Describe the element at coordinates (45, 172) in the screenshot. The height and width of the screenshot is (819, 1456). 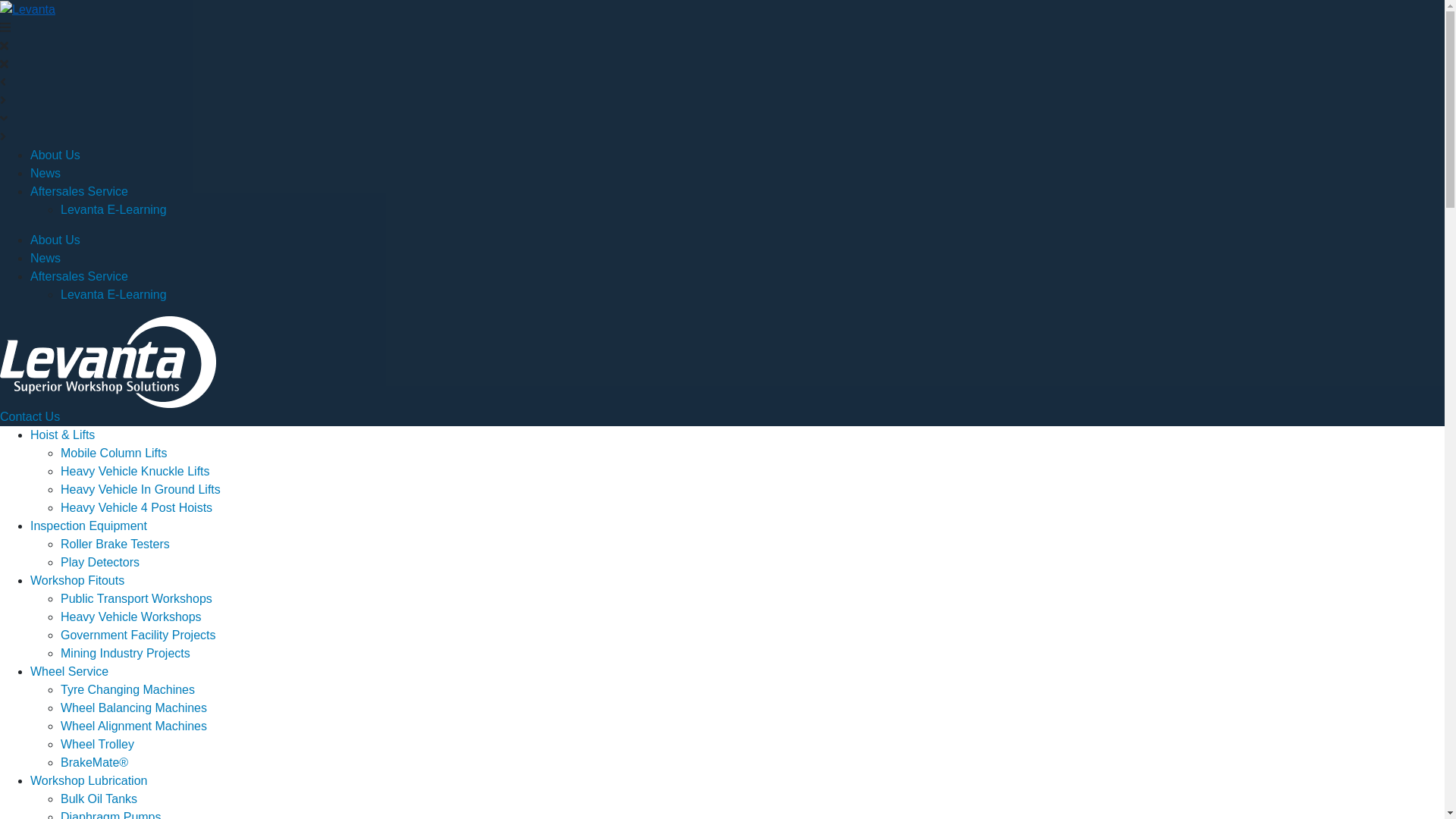
I see `'News'` at that location.